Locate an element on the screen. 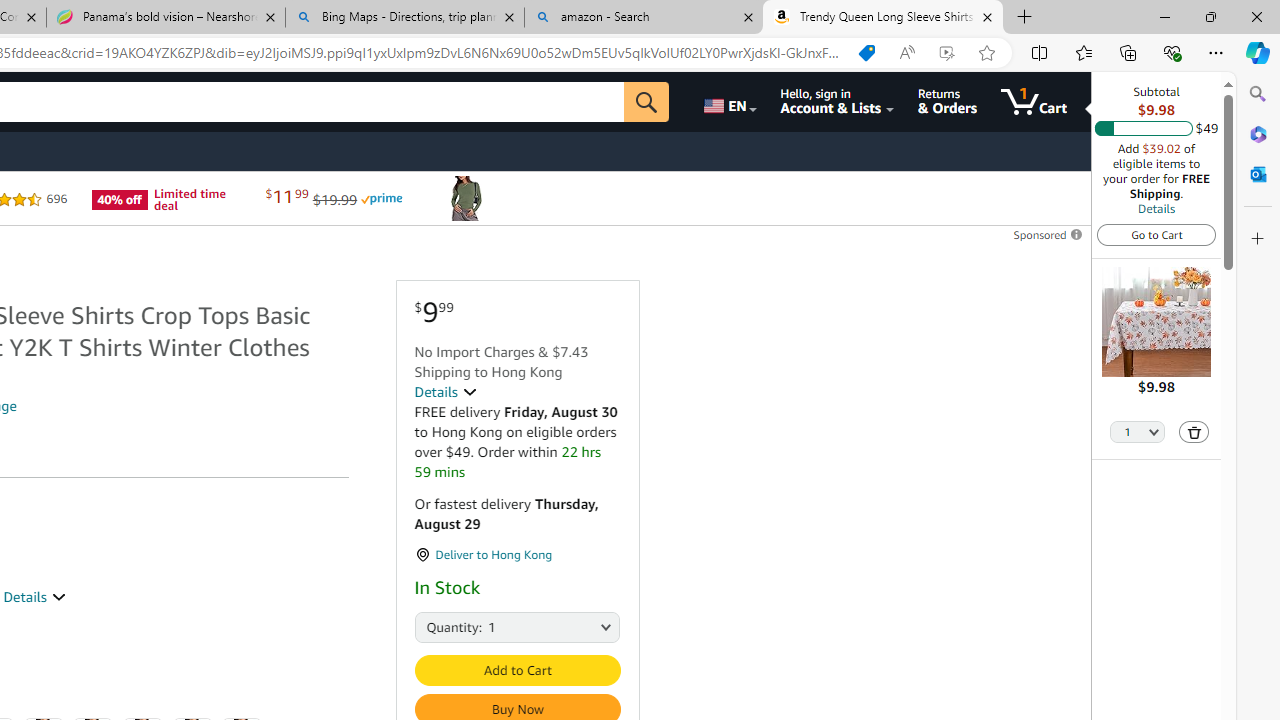  'Go to Cart' is located at coordinates (1156, 233).